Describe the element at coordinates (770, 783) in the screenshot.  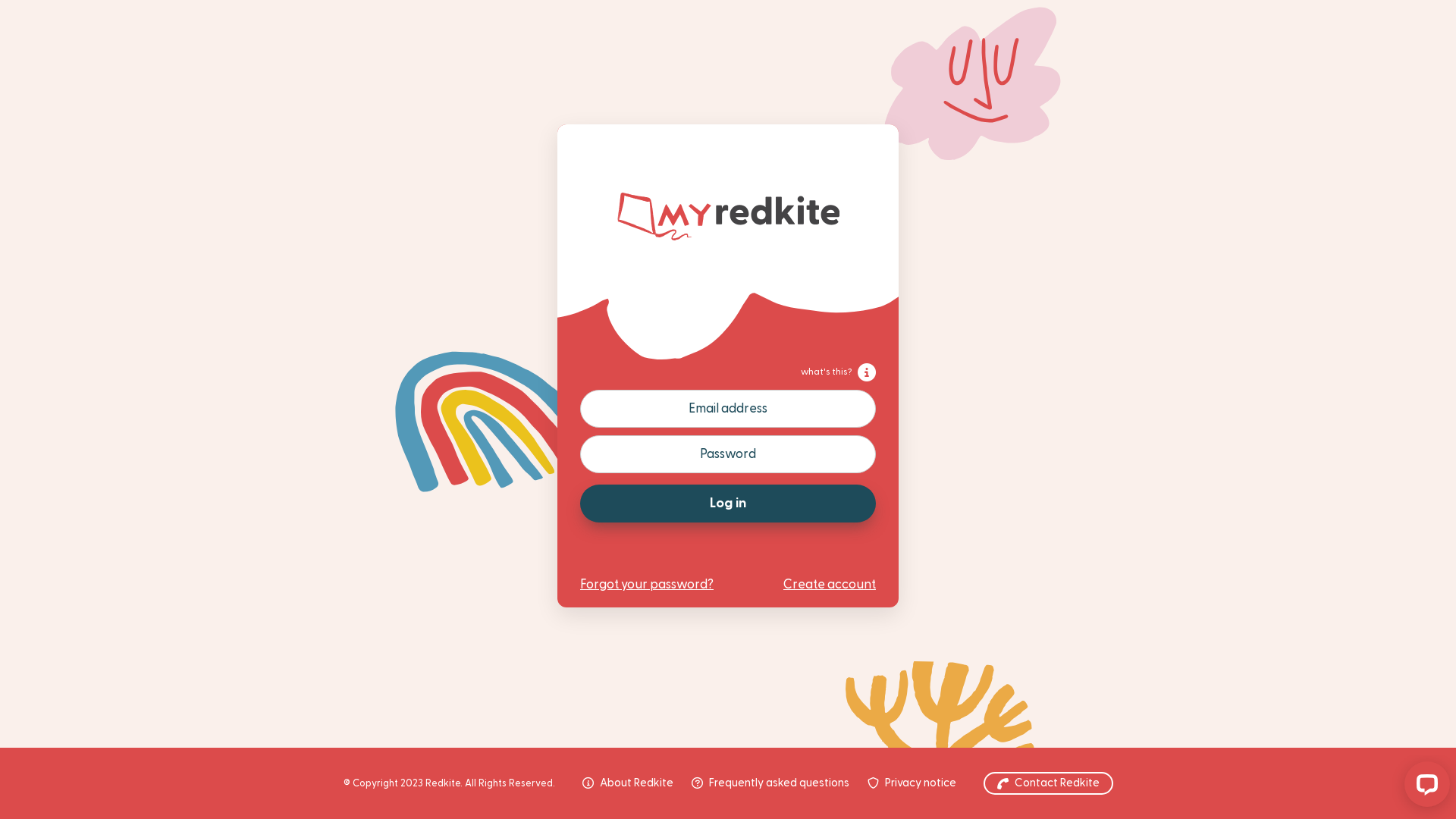
I see `'Frequently asked questions'` at that location.